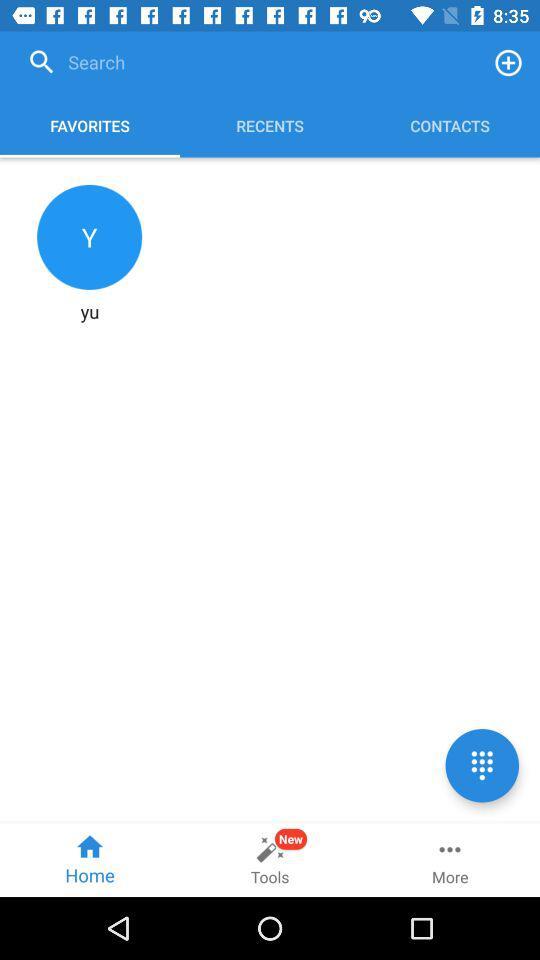  What do you see at coordinates (508, 62) in the screenshot?
I see `contact` at bounding box center [508, 62].